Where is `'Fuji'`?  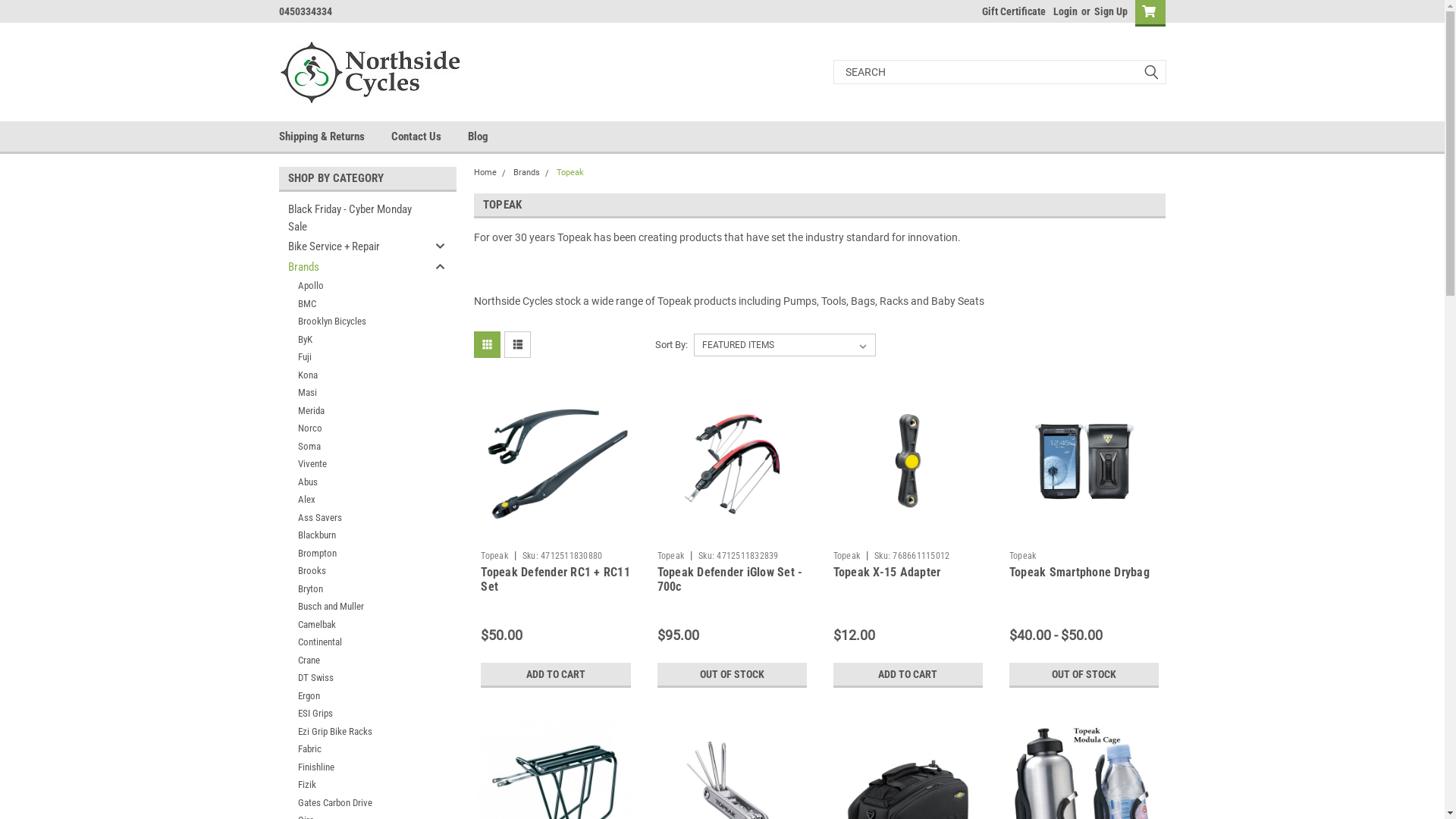 'Fuji' is located at coordinates (353, 356).